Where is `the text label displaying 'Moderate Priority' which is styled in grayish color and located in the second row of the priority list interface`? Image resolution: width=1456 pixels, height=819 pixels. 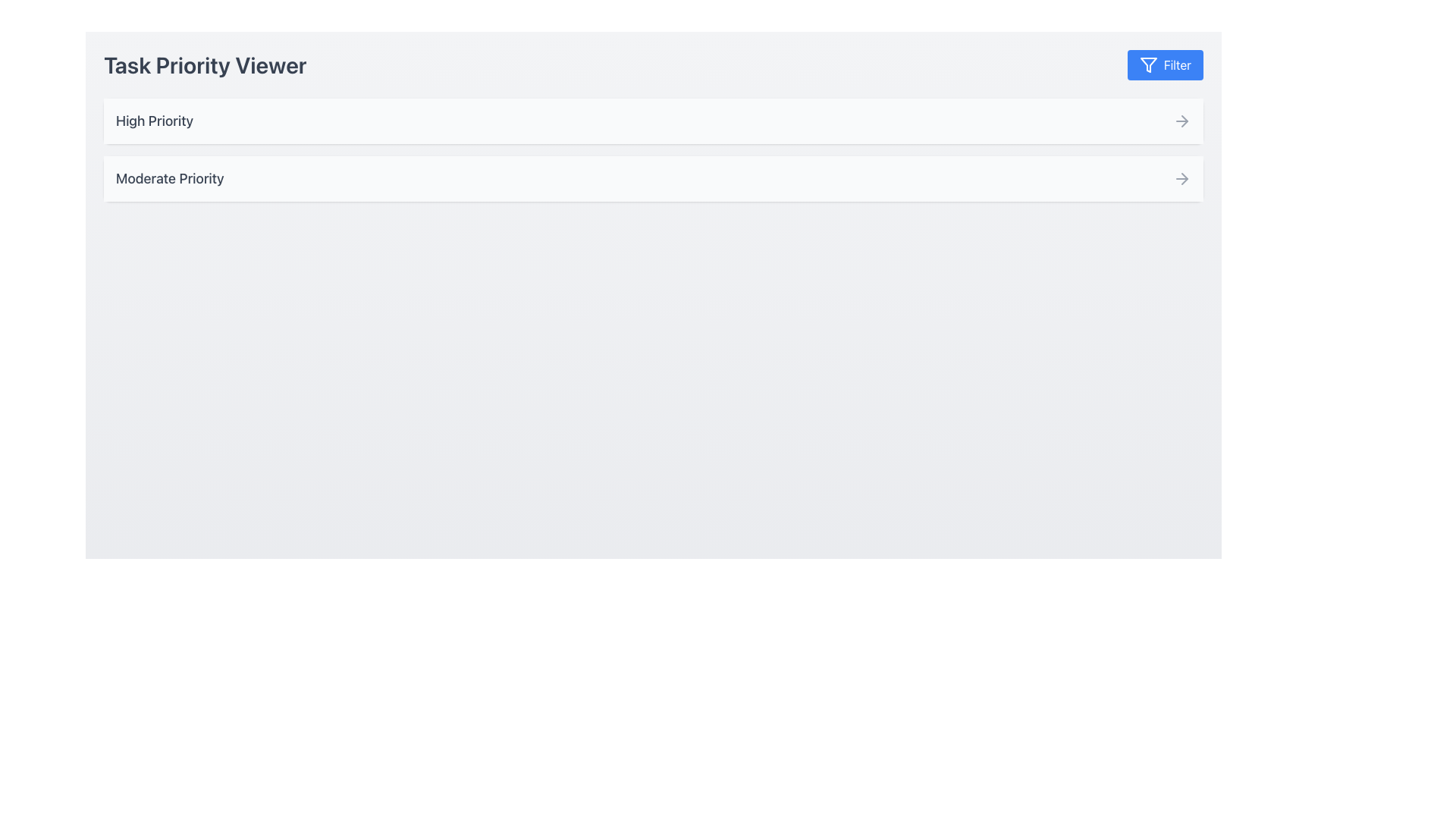 the text label displaying 'Moderate Priority' which is styled in grayish color and located in the second row of the priority list interface is located at coordinates (170, 177).